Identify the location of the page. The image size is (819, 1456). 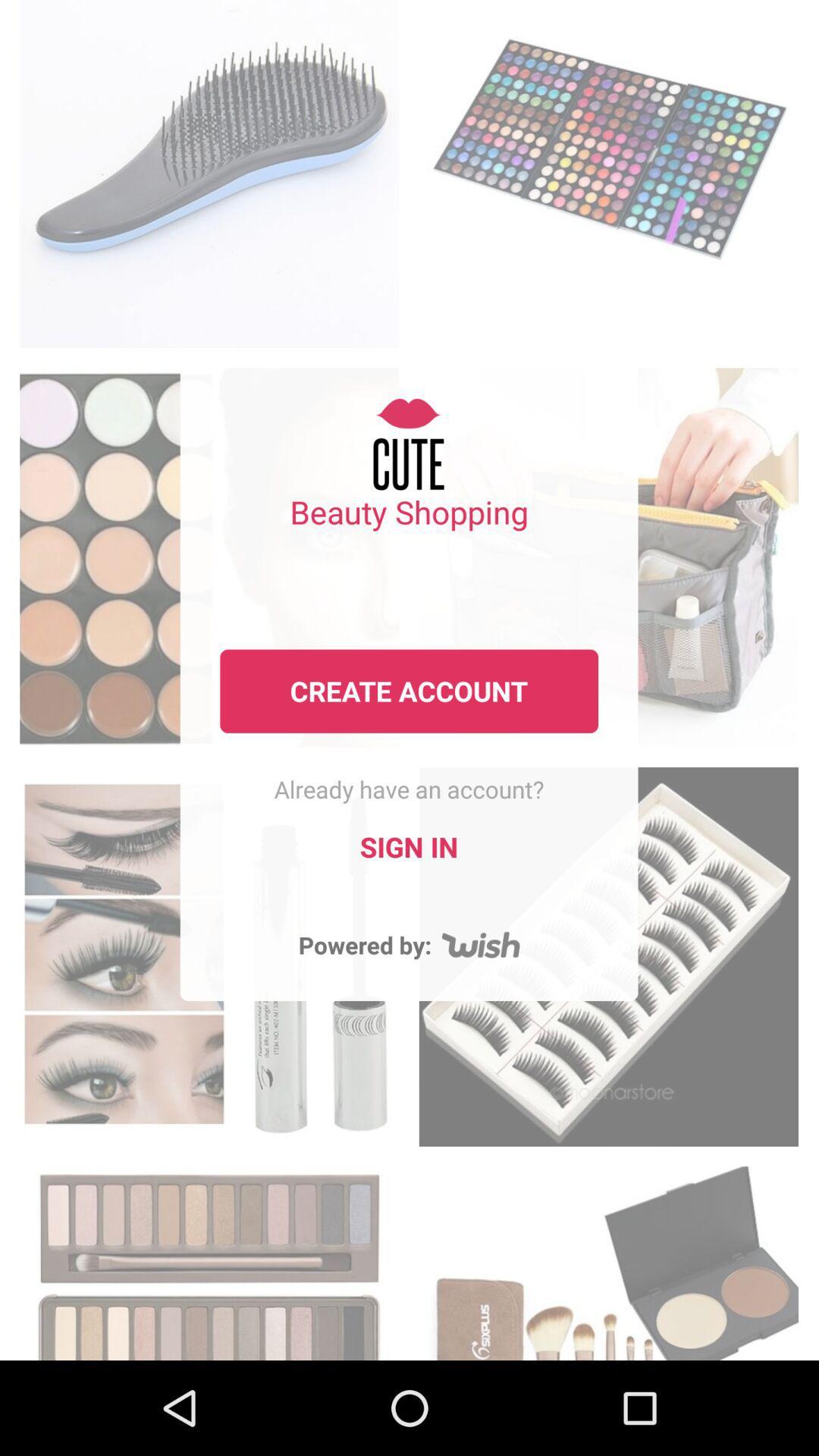
(209, 1259).